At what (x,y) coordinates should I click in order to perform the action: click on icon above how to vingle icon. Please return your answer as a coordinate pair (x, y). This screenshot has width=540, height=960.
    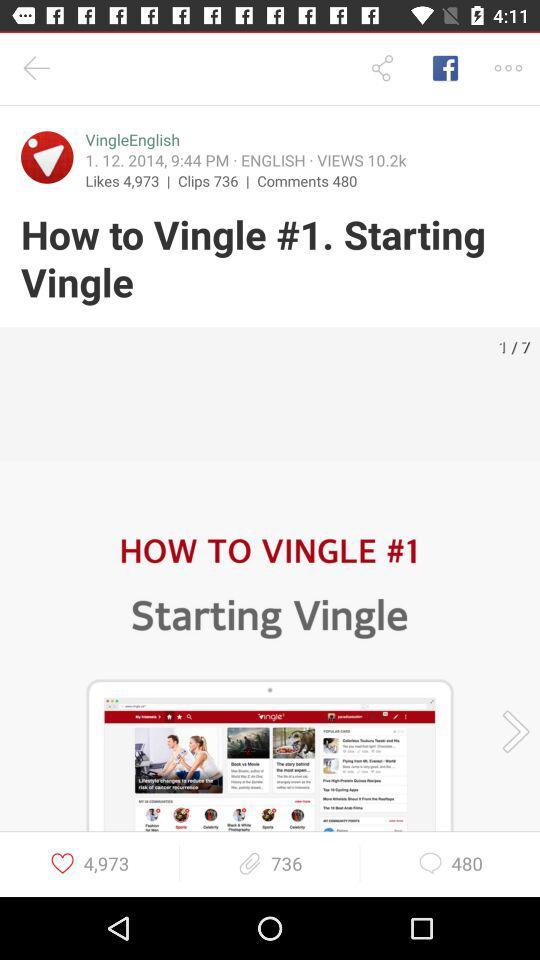
    Looking at the image, I should click on (216, 179).